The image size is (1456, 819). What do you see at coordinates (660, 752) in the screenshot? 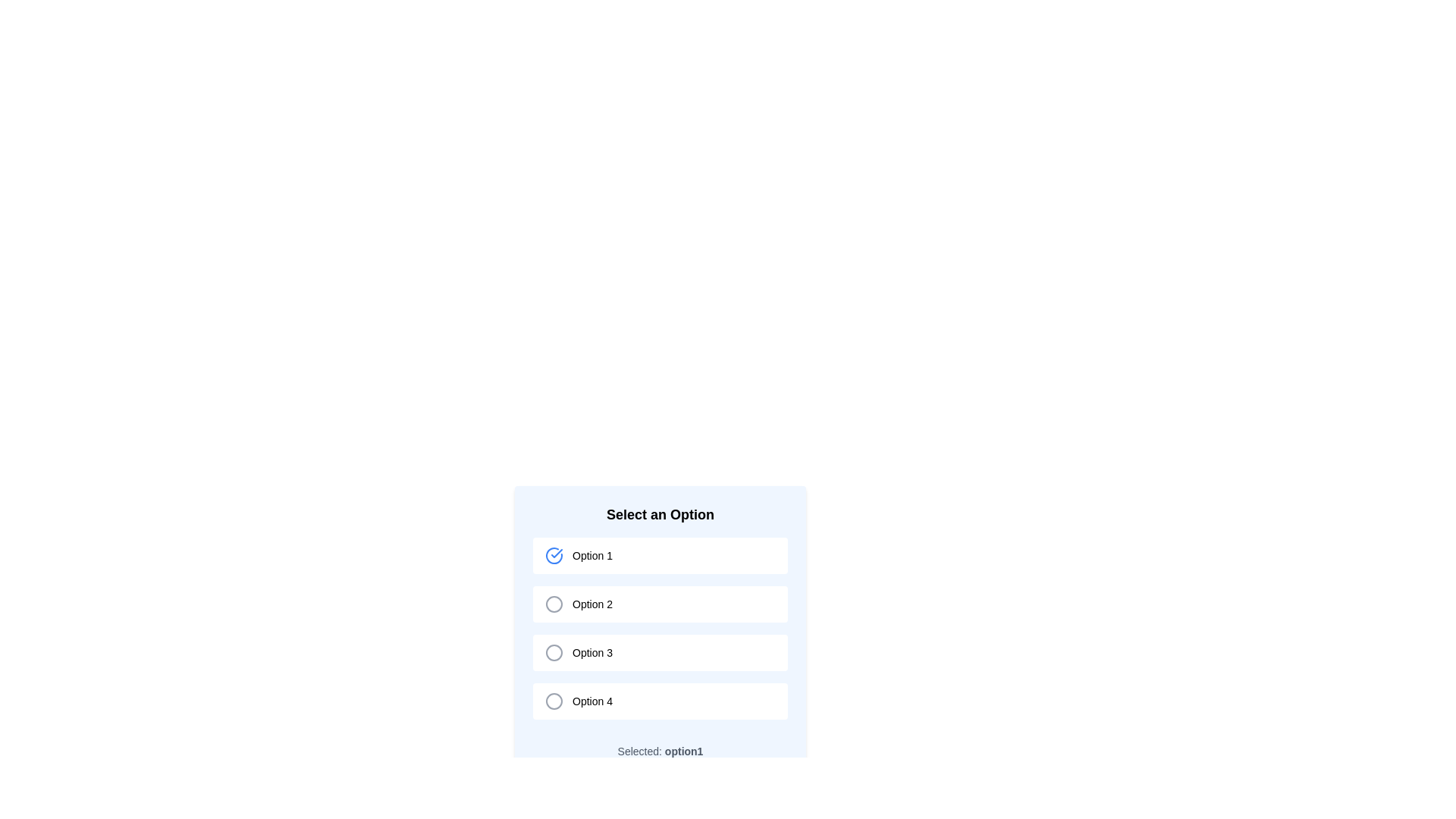
I see `the text label displaying 'Selected: option1' at the bottom of the selection panel` at bounding box center [660, 752].